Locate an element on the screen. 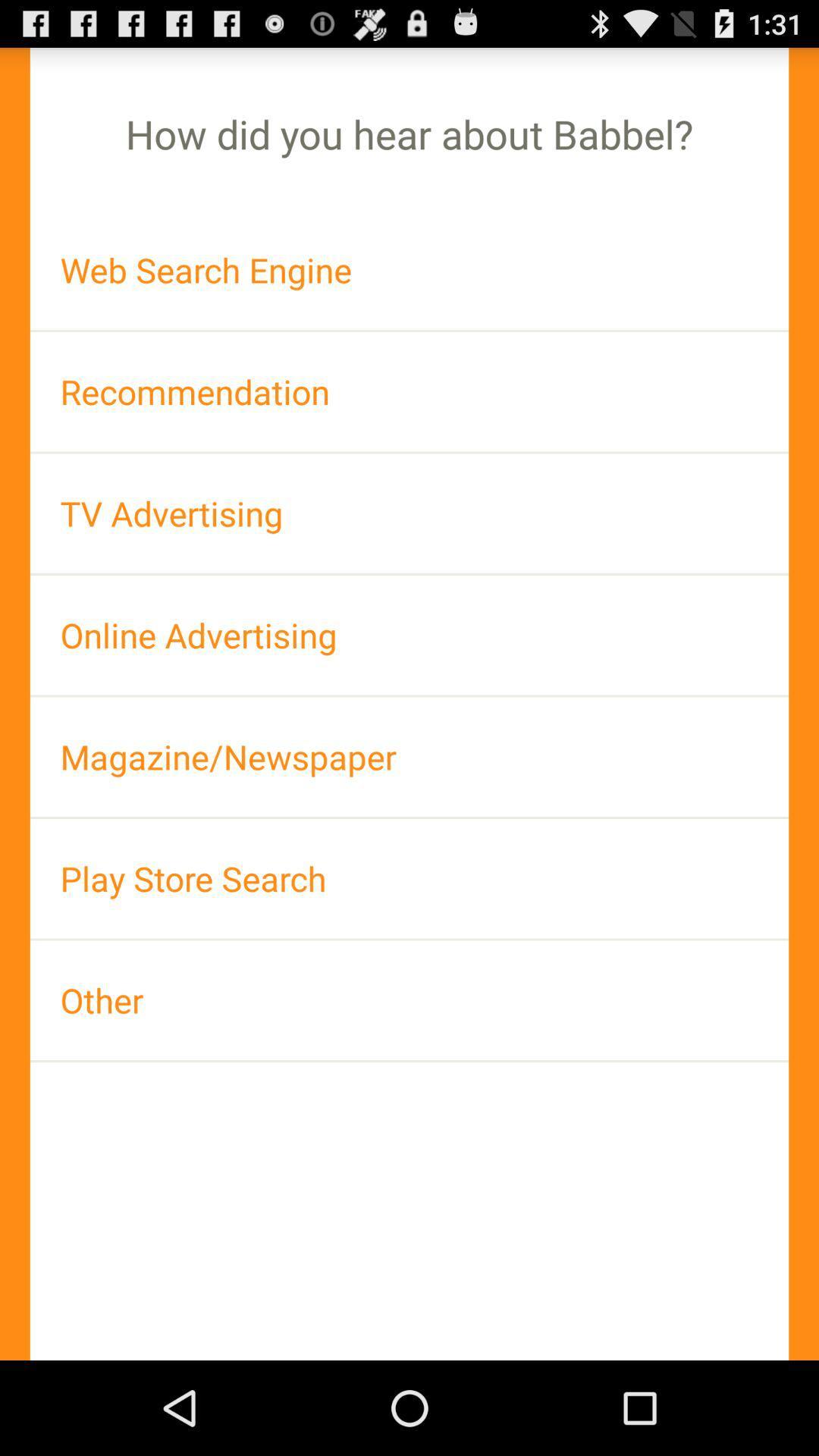  the play store search item is located at coordinates (409, 878).